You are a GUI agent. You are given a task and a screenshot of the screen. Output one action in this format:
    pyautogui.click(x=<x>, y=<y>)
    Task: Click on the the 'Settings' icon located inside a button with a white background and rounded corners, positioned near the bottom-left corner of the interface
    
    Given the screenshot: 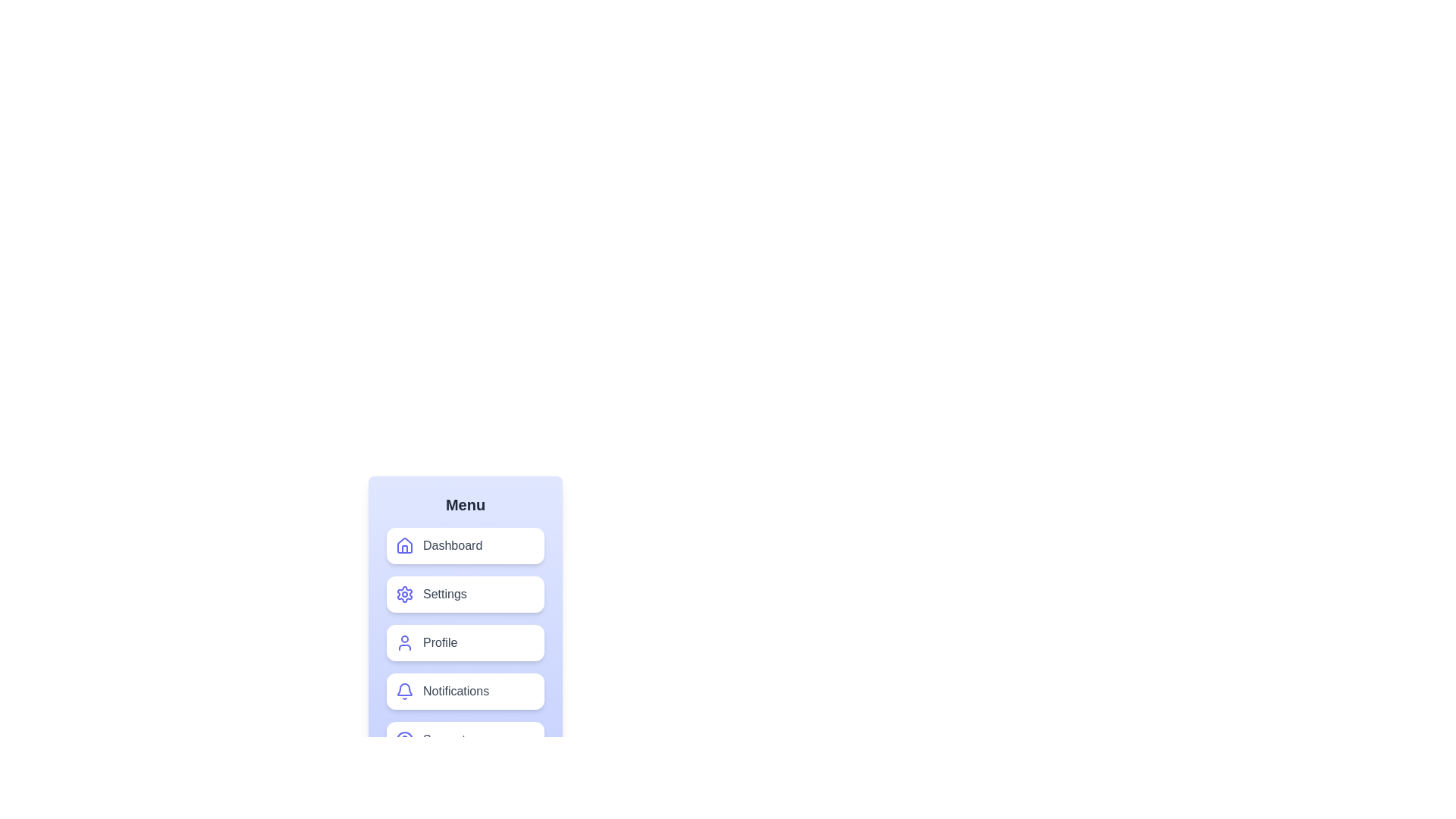 What is the action you would take?
    pyautogui.click(x=404, y=593)
    